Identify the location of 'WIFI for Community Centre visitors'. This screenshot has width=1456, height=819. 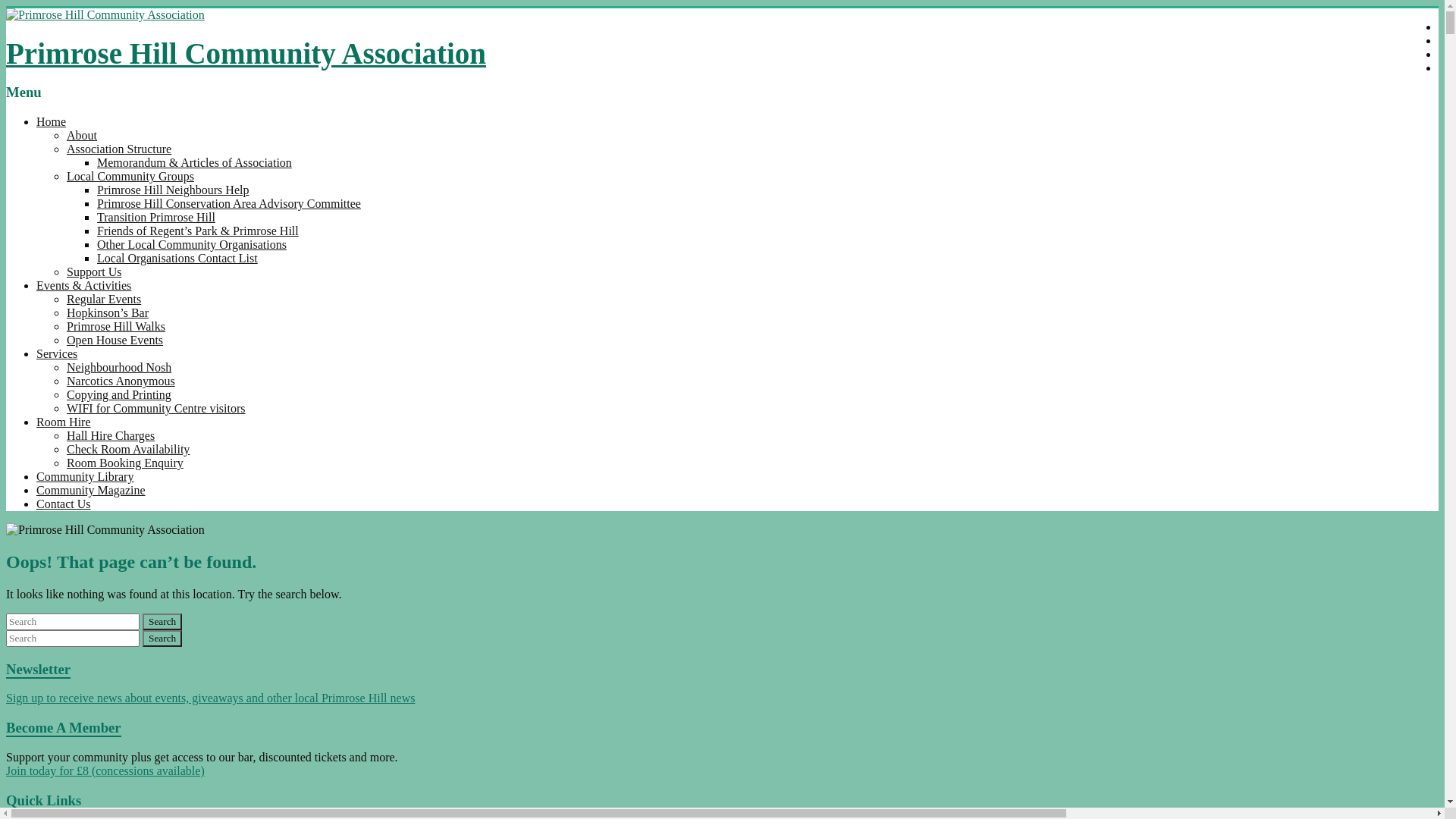
(156, 407).